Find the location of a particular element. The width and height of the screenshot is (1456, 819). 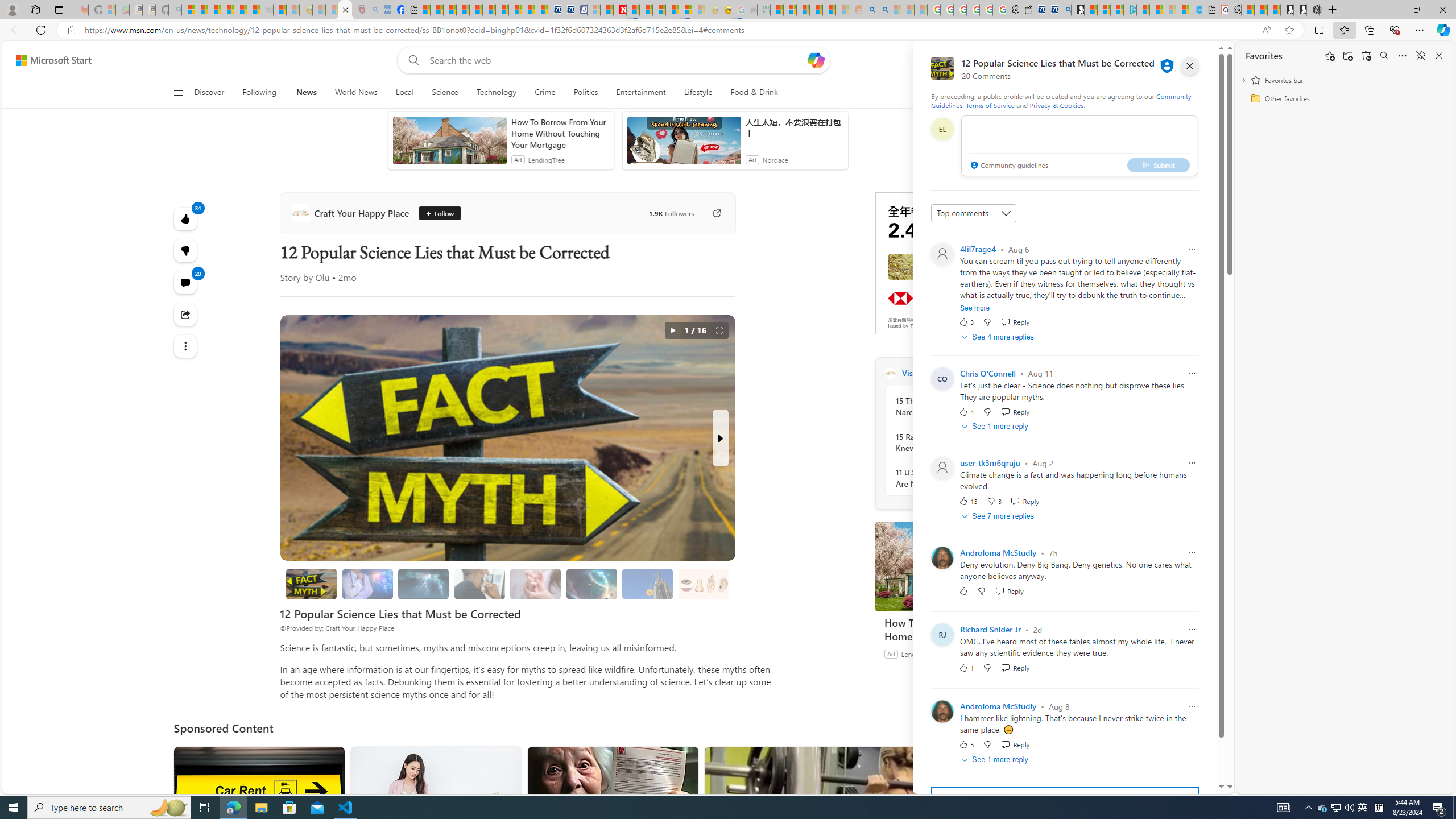

'Craft Your Happy Place' is located at coordinates (352, 213).